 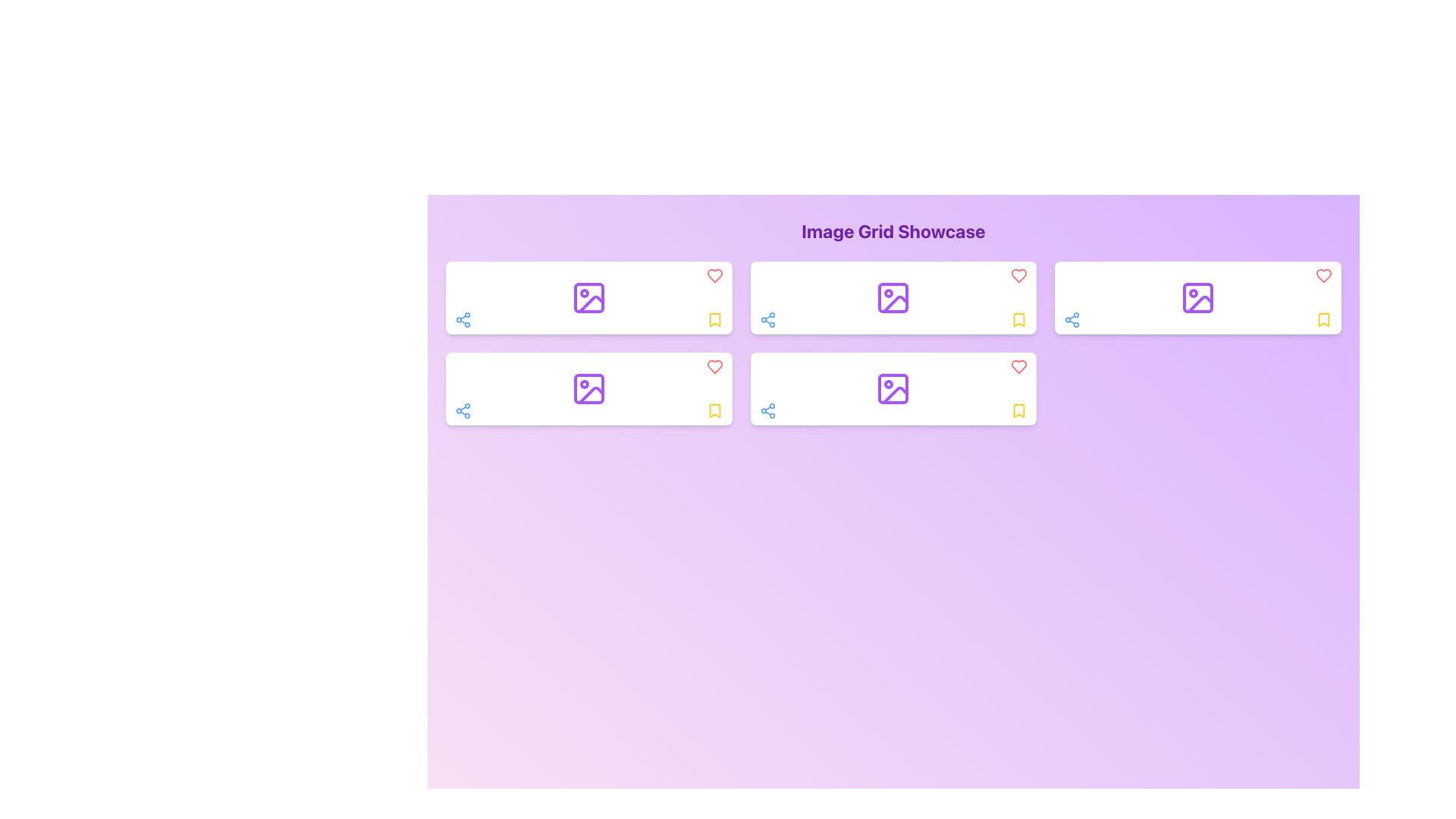 What do you see at coordinates (893, 298) in the screenshot?
I see `the share icon on the second card component in the image grid showcase for sharing options` at bounding box center [893, 298].